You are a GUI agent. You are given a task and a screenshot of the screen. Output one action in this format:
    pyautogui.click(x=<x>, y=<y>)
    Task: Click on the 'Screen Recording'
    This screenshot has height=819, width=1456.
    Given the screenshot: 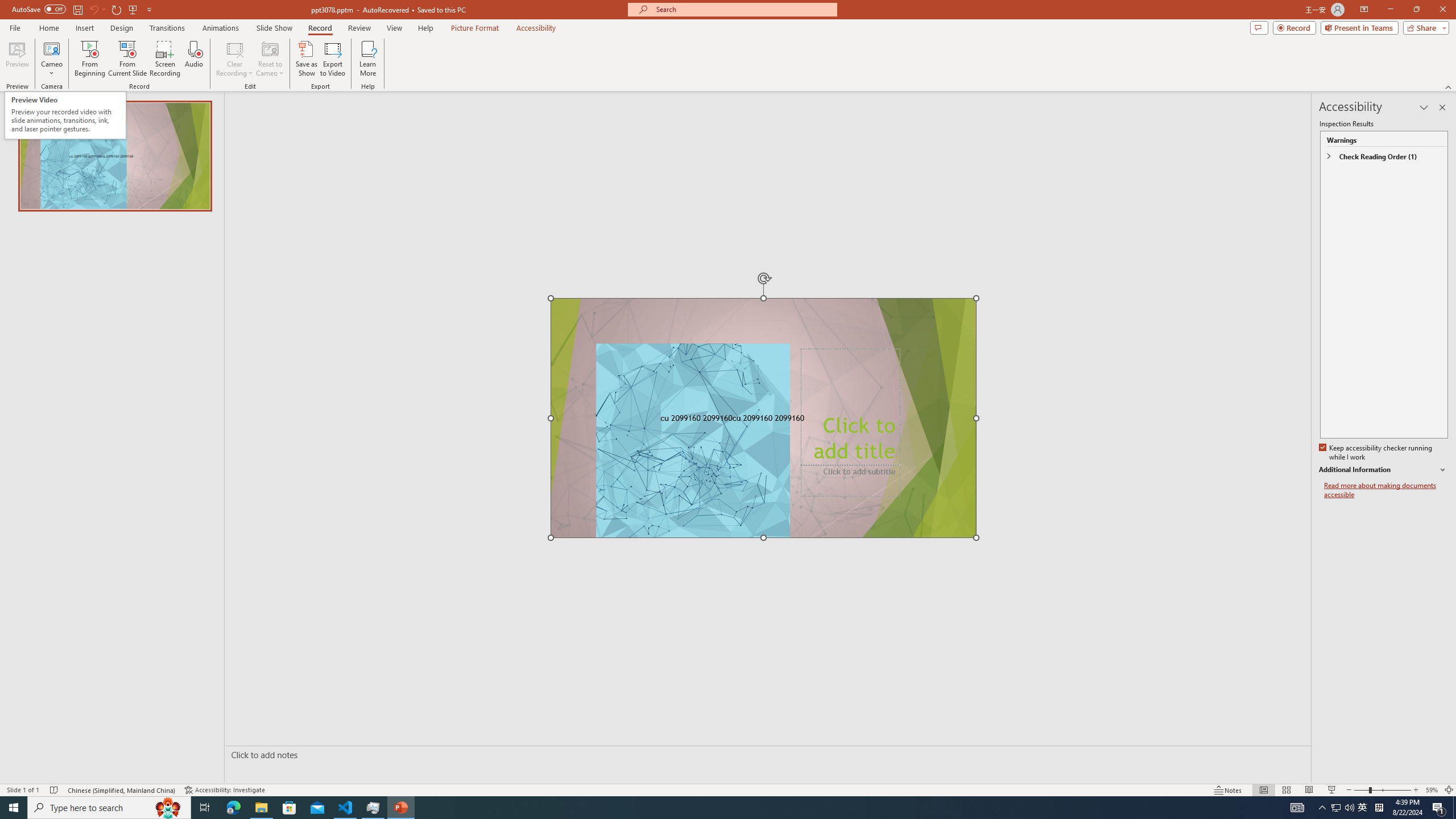 What is the action you would take?
    pyautogui.click(x=164, y=59)
    